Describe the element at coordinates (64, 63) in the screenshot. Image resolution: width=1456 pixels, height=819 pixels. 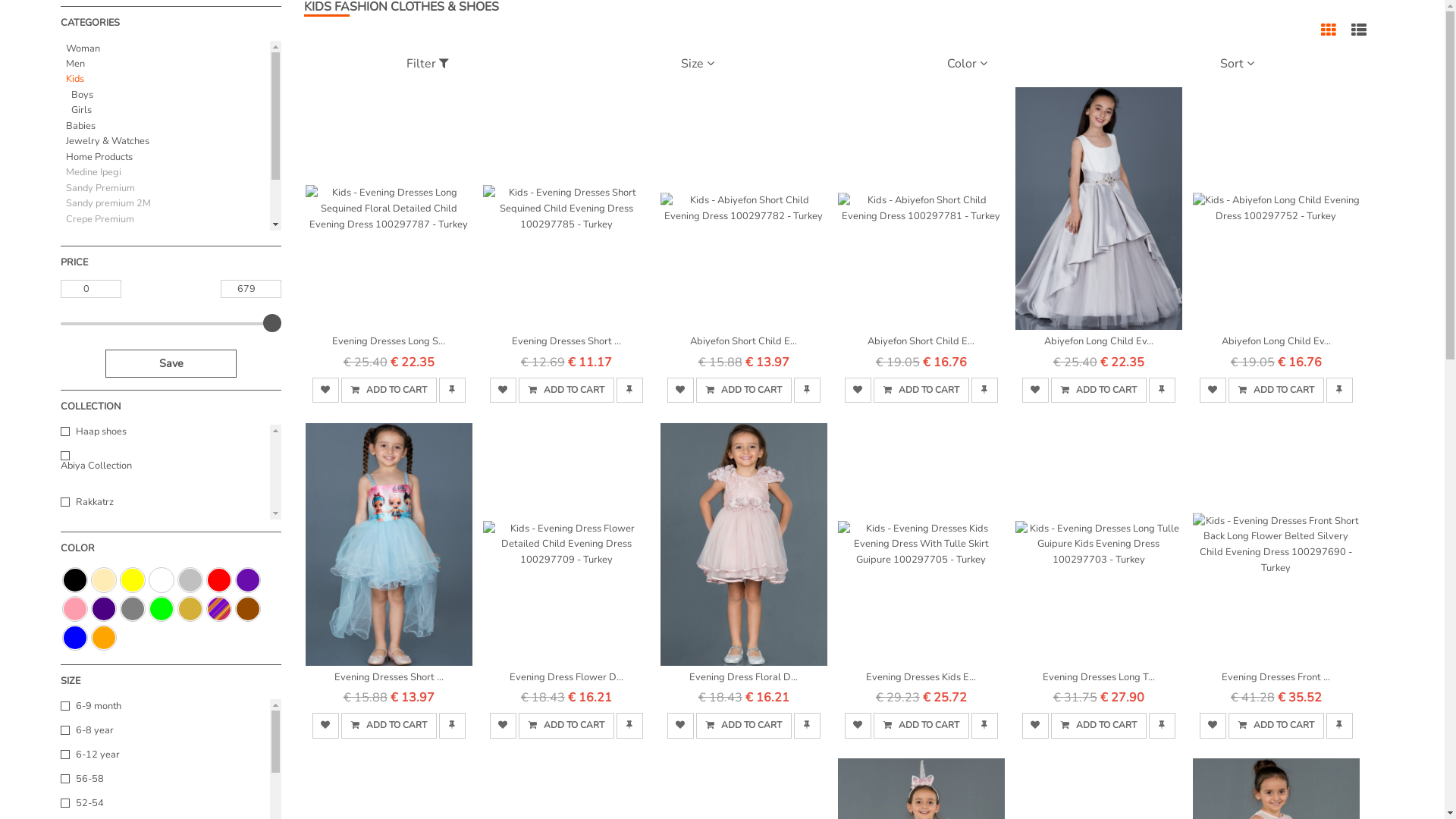
I see `'Men'` at that location.